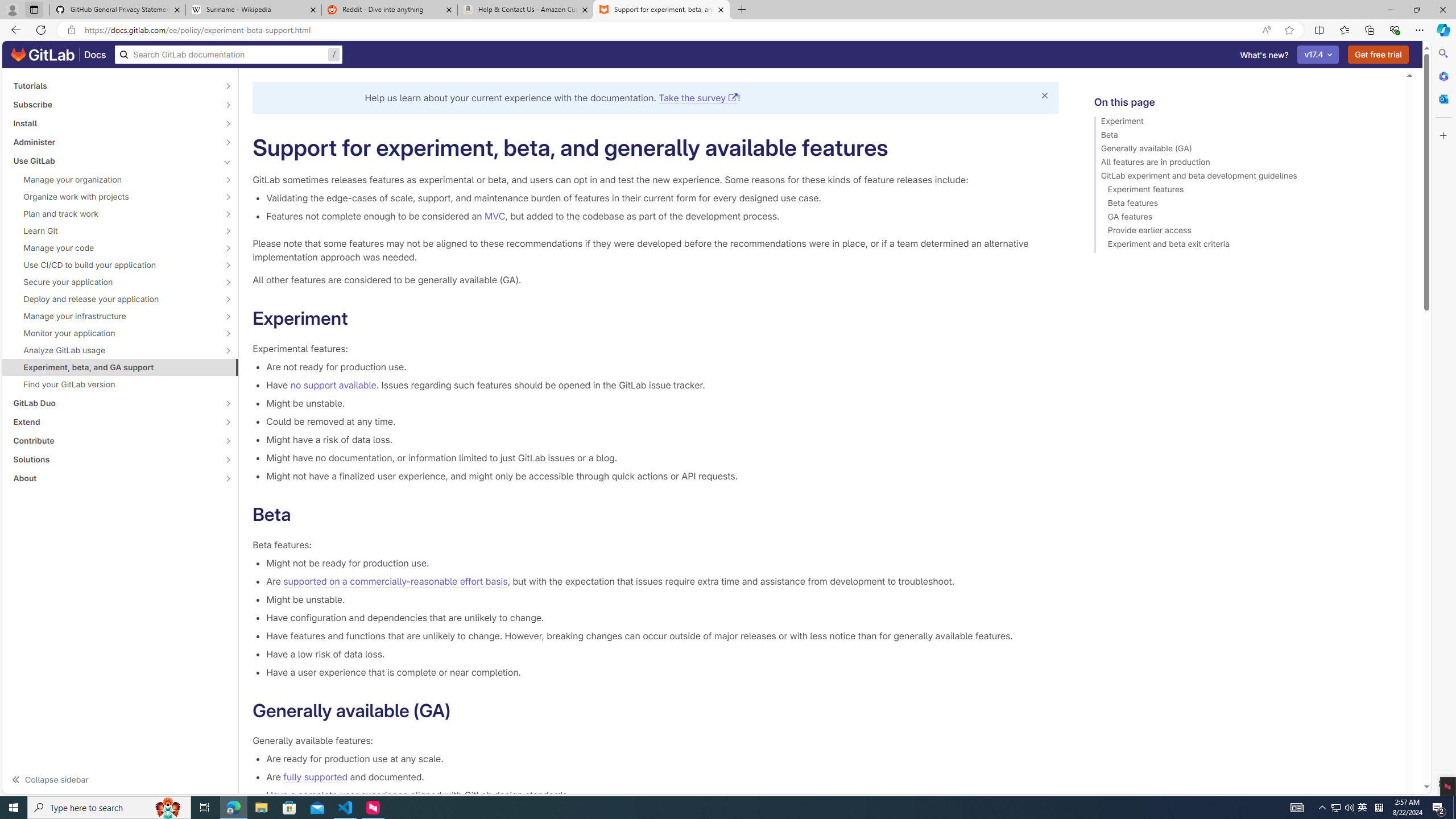 This screenshot has height=819, width=1456. I want to click on 'Experiment, beta, and GA support', so click(120, 366).